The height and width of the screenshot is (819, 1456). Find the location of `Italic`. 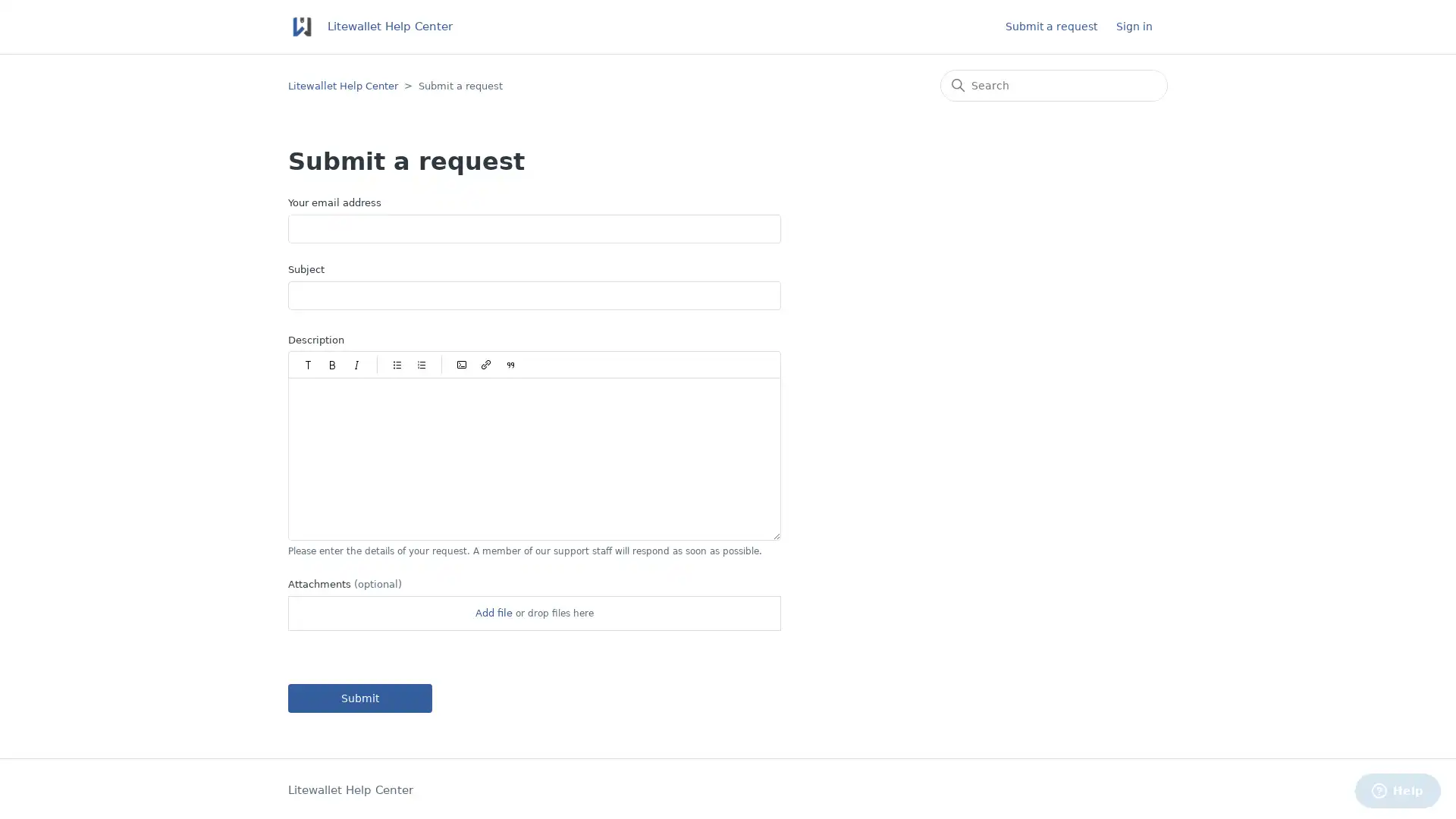

Italic is located at coordinates (356, 365).